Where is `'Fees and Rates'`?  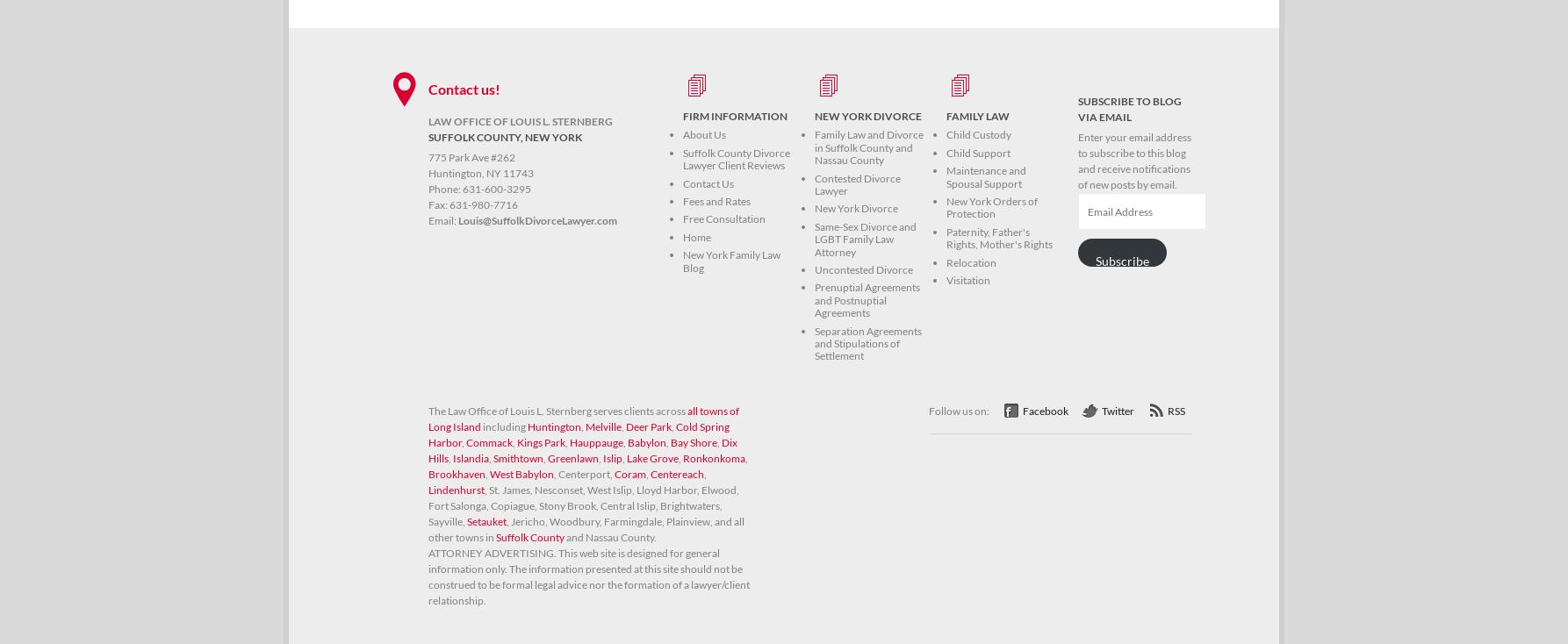
'Fees and Rates' is located at coordinates (716, 201).